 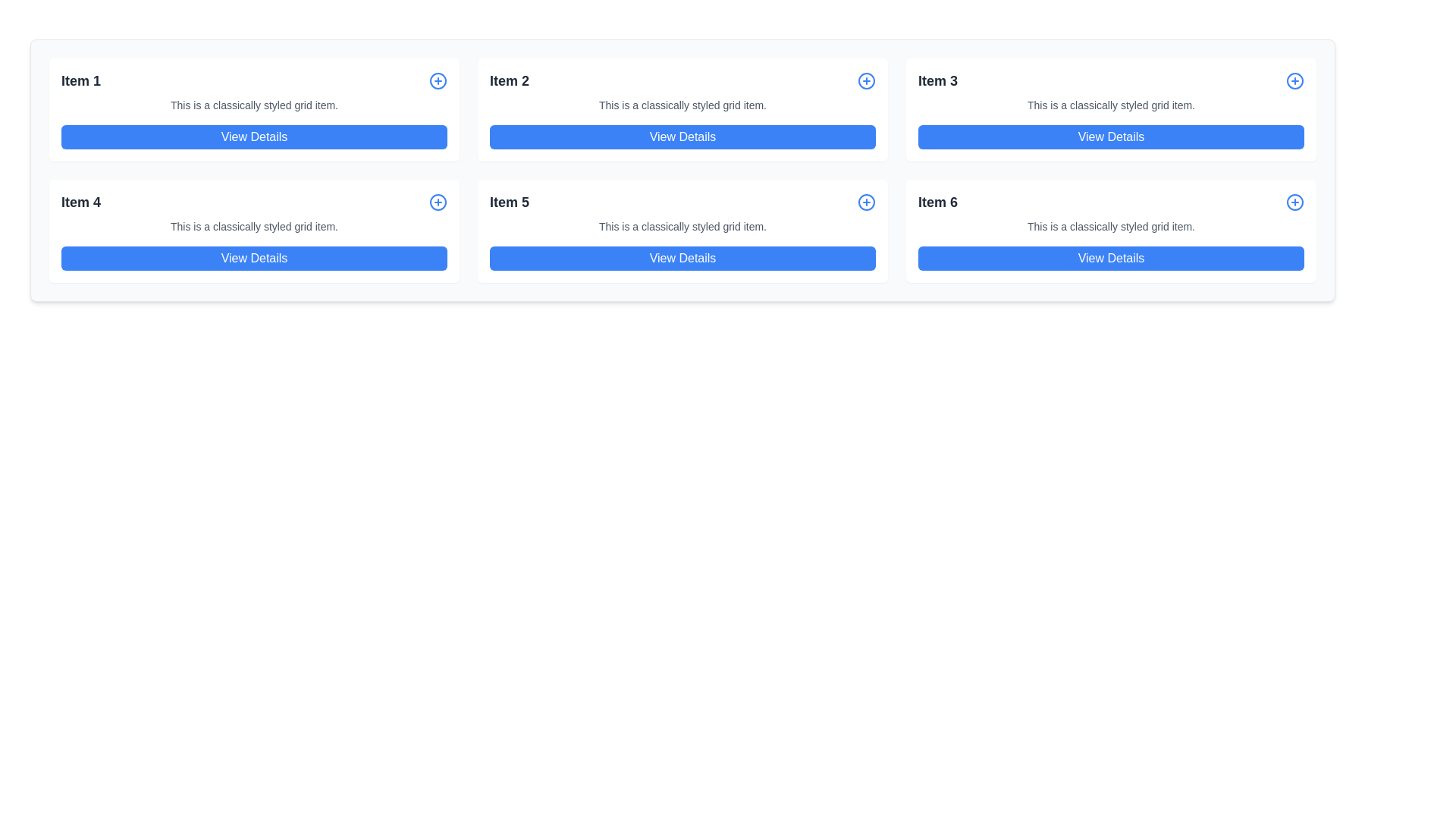 I want to click on the static text located in the sixth grid item, which provides descriptive information about the grid item, situated below the 'Item 6' title and above the 'View Details' button, so click(x=1111, y=227).